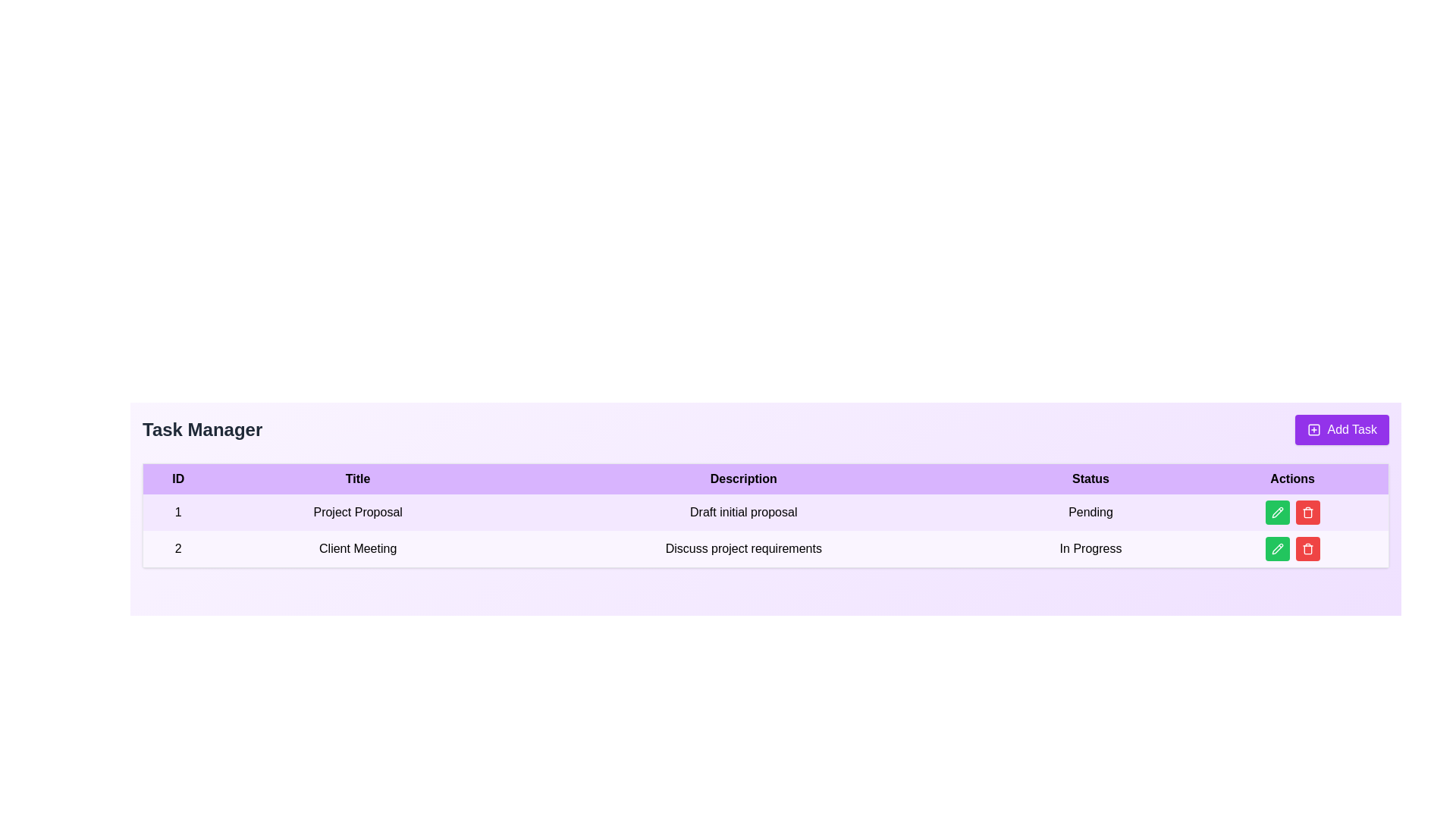 The height and width of the screenshot is (819, 1456). What do you see at coordinates (1090, 479) in the screenshot?
I see `the 'Status' text label, which is the fourth header in the table indicating the status of items listed below` at bounding box center [1090, 479].